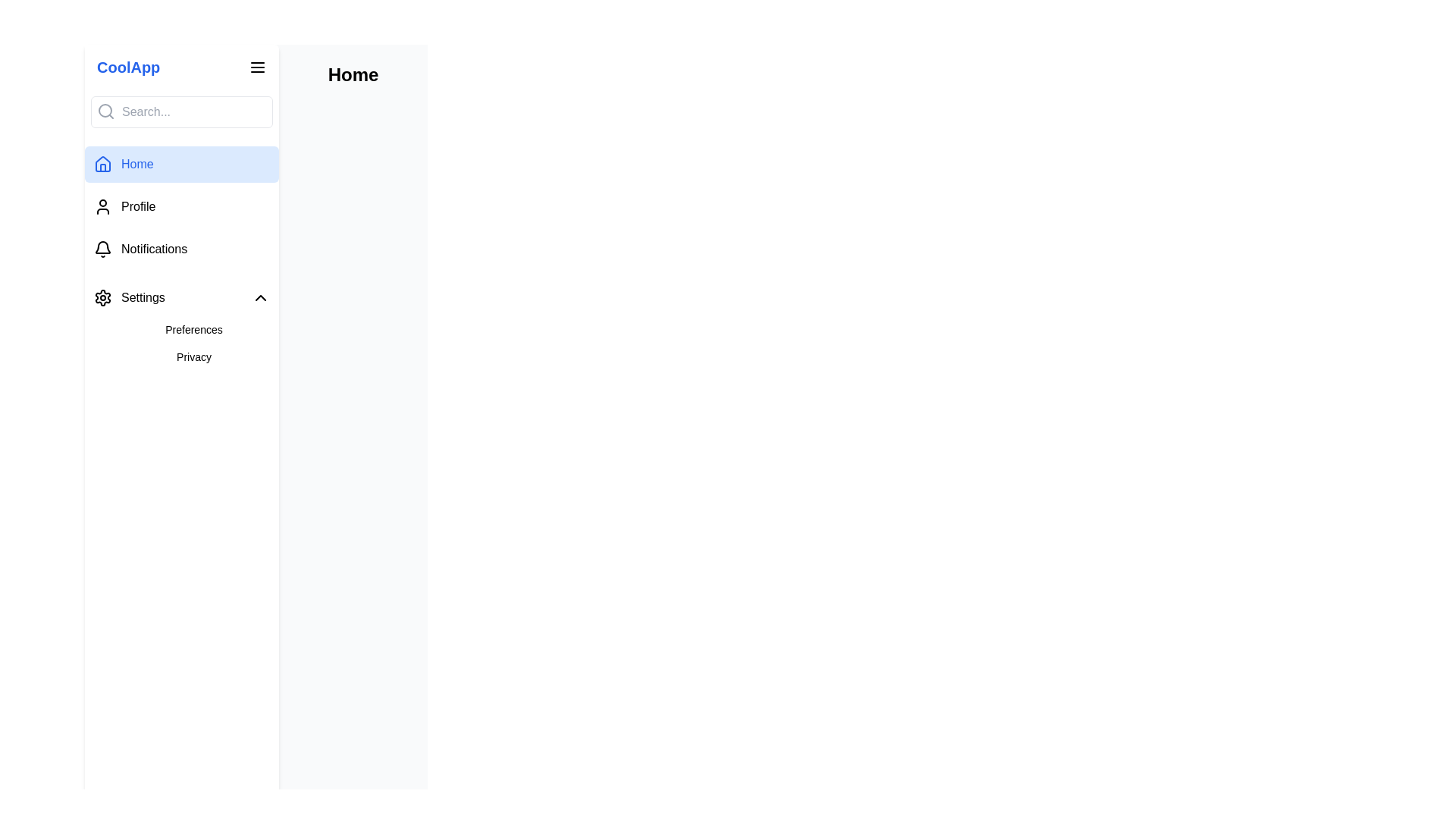 This screenshot has height=819, width=1456. Describe the element at coordinates (102, 164) in the screenshot. I see `the house icon in the navigation menu on the left side of the interface` at that location.